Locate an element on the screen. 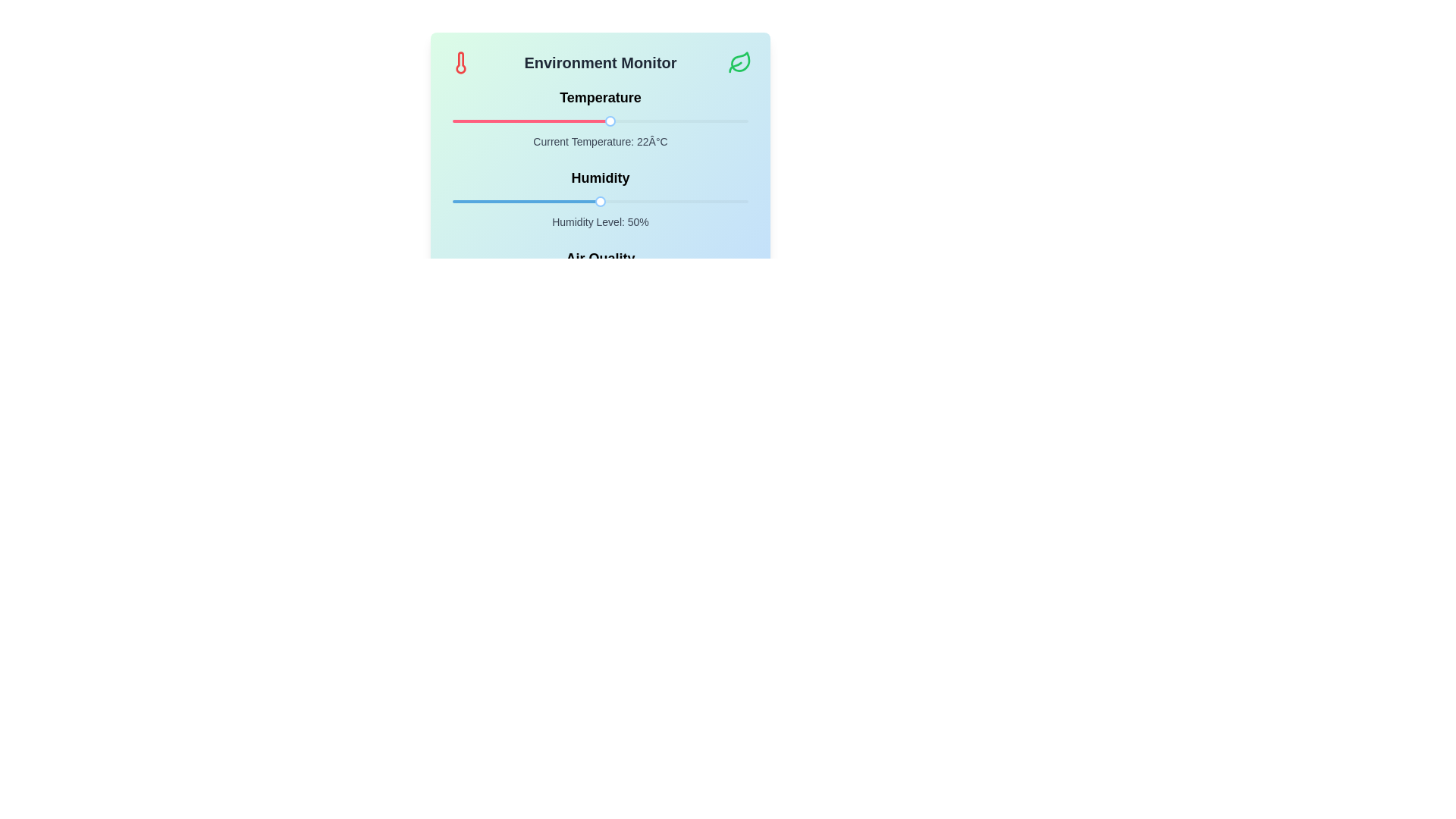  humidity is located at coordinates (682, 201).